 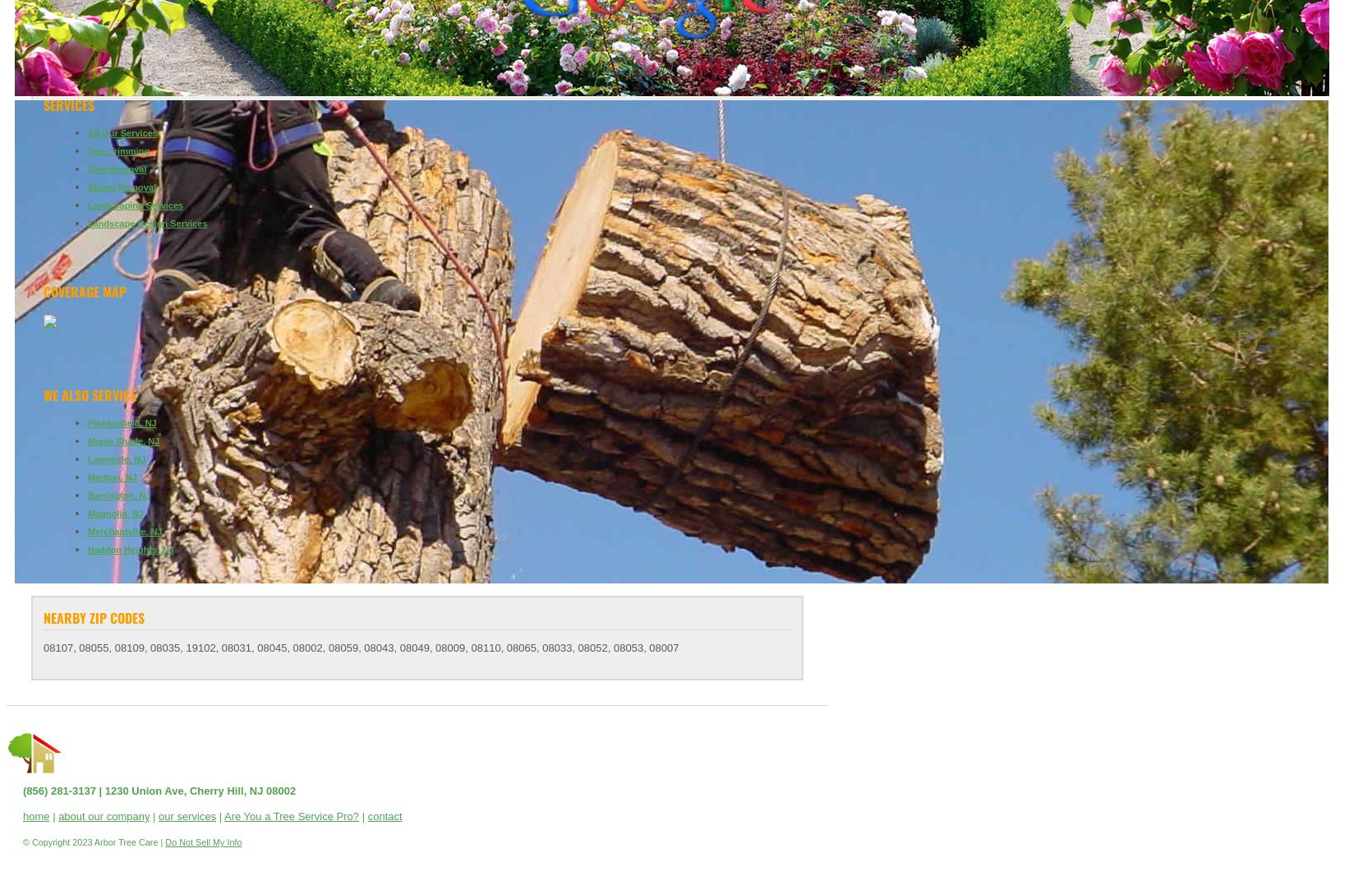 I want to click on 'We Also Service', so click(x=89, y=394).